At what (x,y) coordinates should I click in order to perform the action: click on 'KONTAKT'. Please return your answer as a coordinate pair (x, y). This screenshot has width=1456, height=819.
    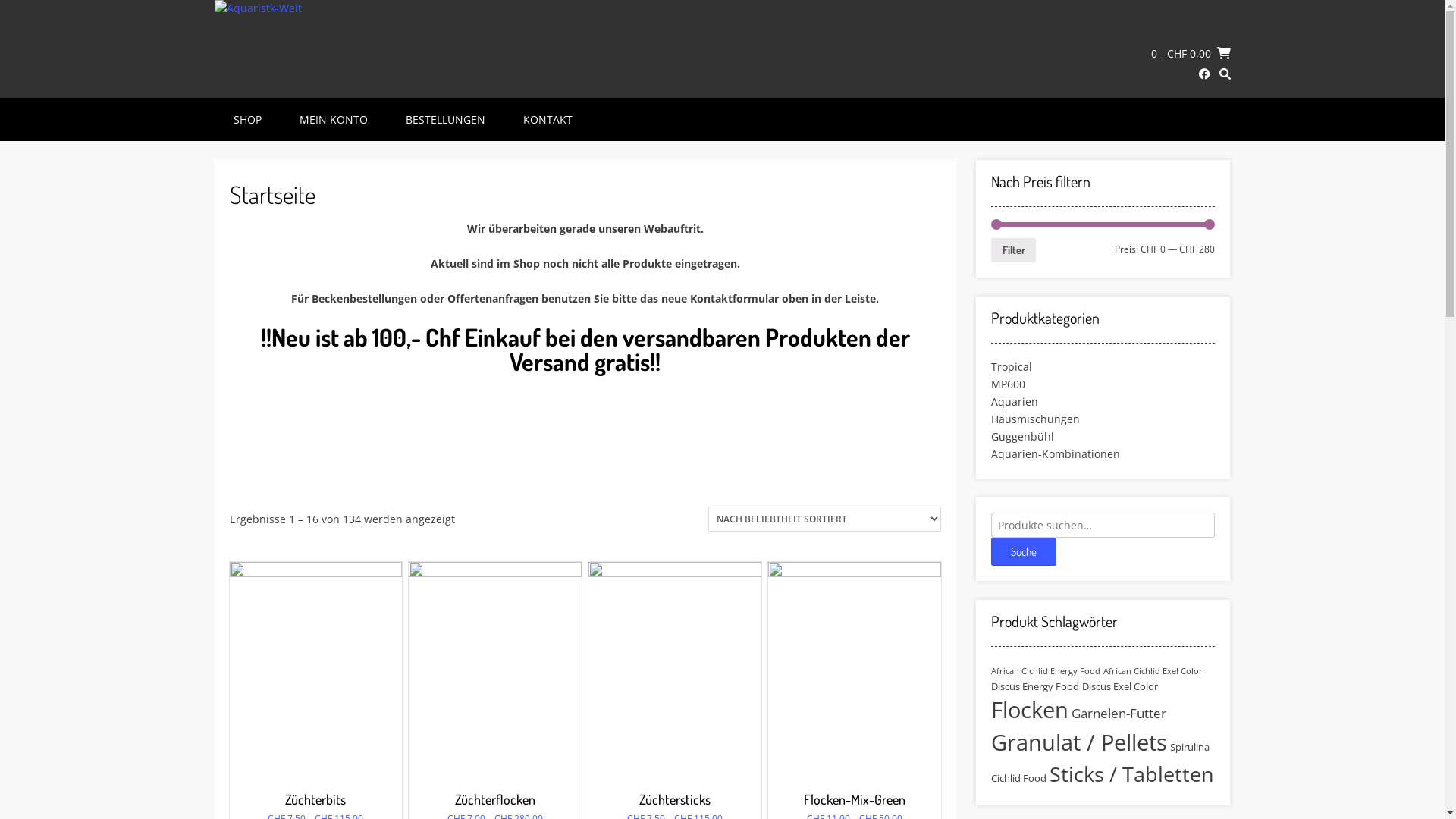
    Looking at the image, I should click on (508, 118).